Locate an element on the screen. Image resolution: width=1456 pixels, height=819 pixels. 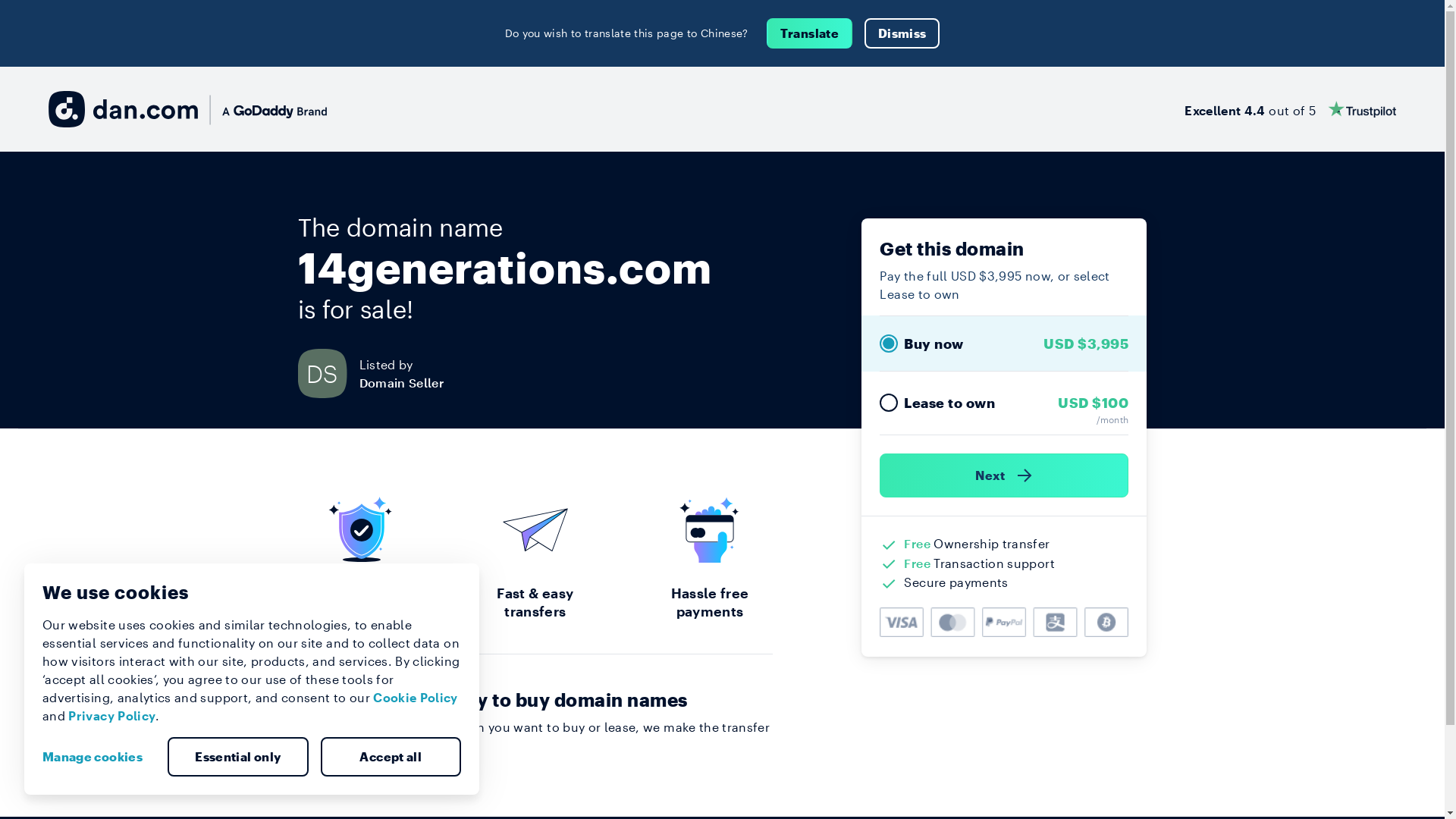
'Privacy Policy' is located at coordinates (111, 715).